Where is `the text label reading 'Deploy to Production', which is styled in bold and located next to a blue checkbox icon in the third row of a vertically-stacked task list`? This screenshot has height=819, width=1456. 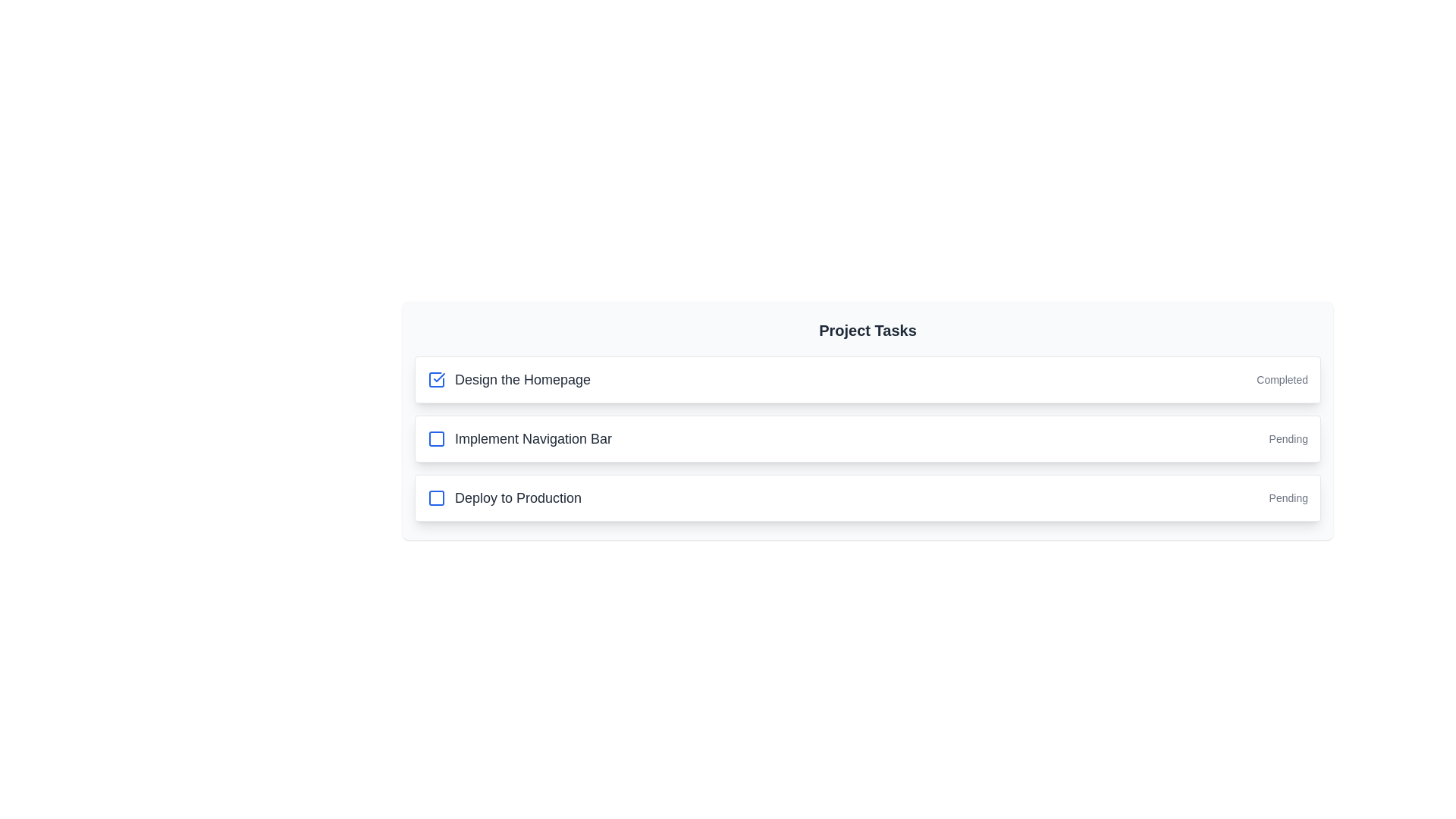
the text label reading 'Deploy to Production', which is styled in bold and located next to a blue checkbox icon in the third row of a vertically-stacked task list is located at coordinates (504, 497).